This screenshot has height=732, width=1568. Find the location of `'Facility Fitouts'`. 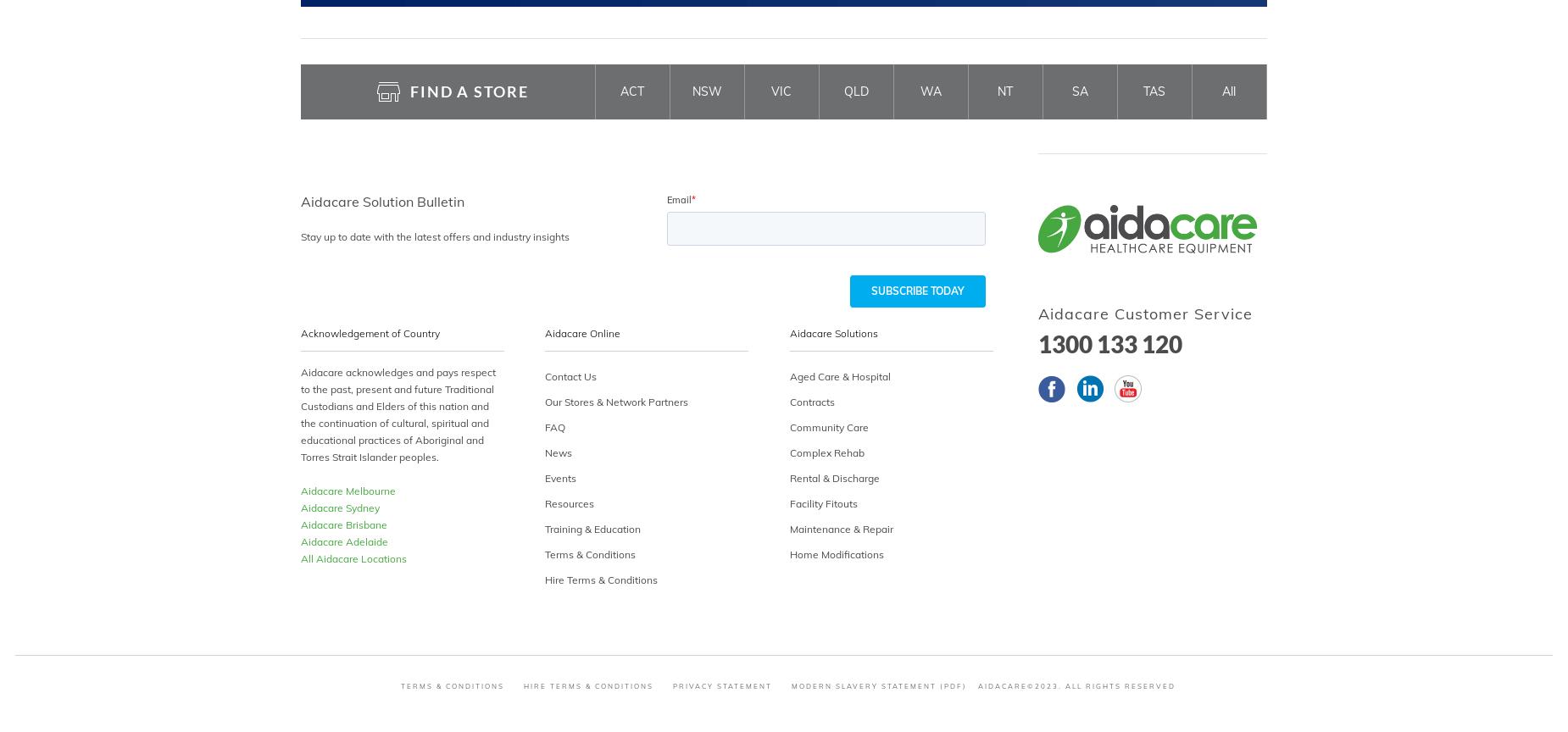

'Facility Fitouts' is located at coordinates (787, 502).